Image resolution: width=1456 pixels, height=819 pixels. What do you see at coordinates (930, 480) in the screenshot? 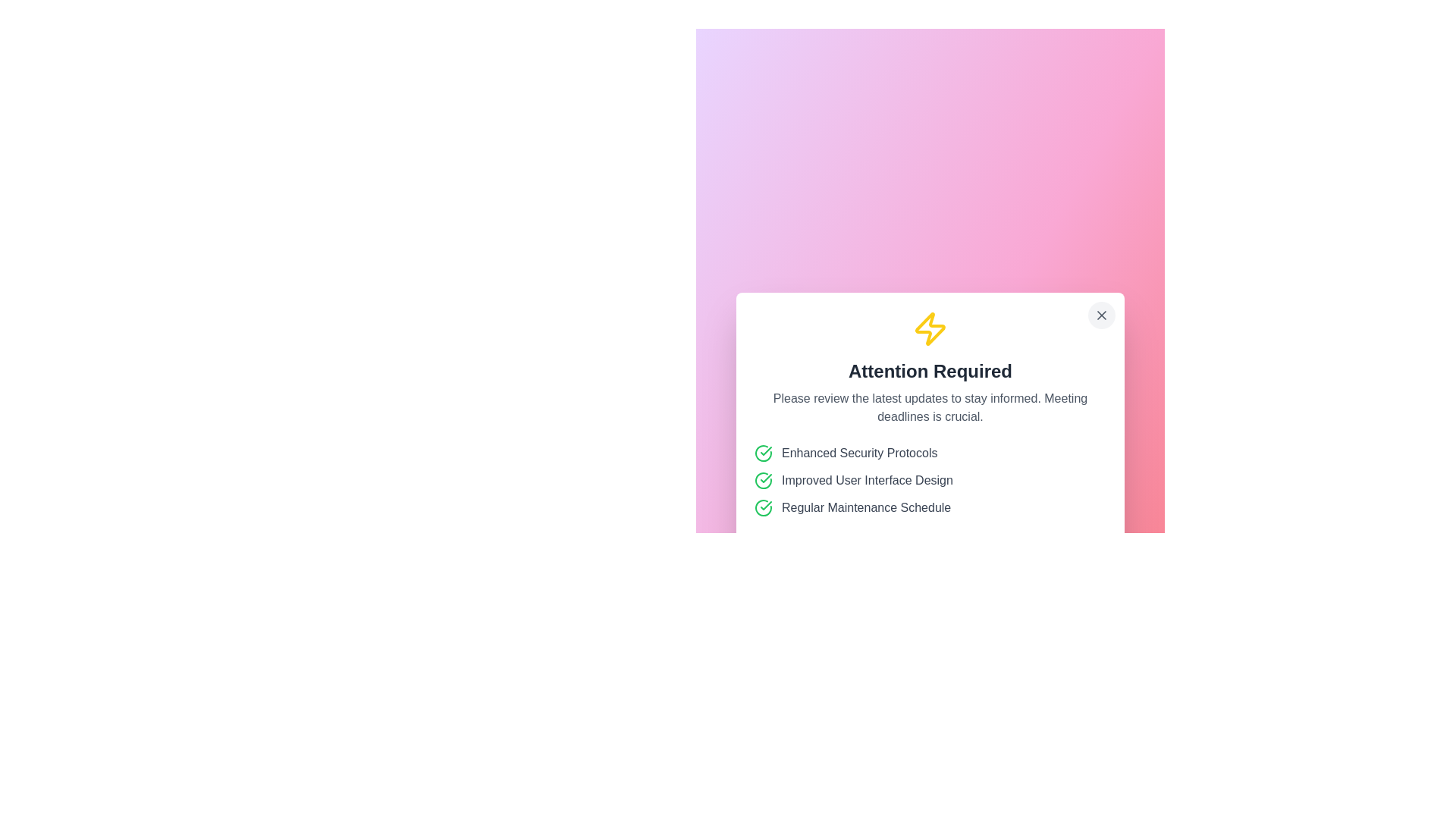
I see `the green circular checkmark icon of the second list item, 'Improved User Interface Design'` at bounding box center [930, 480].